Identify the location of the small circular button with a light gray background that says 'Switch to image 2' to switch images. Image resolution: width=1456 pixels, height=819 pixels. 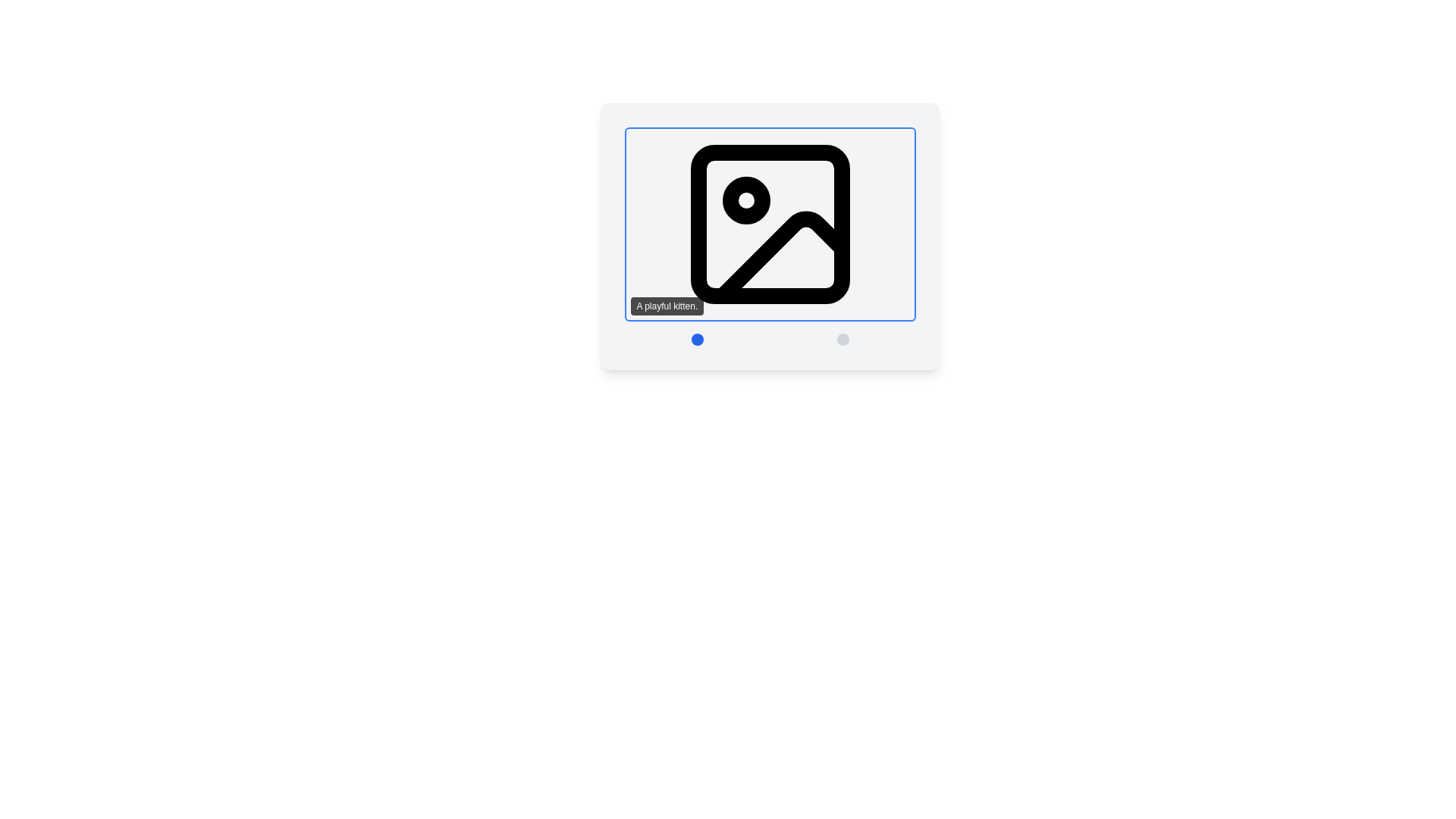
(842, 338).